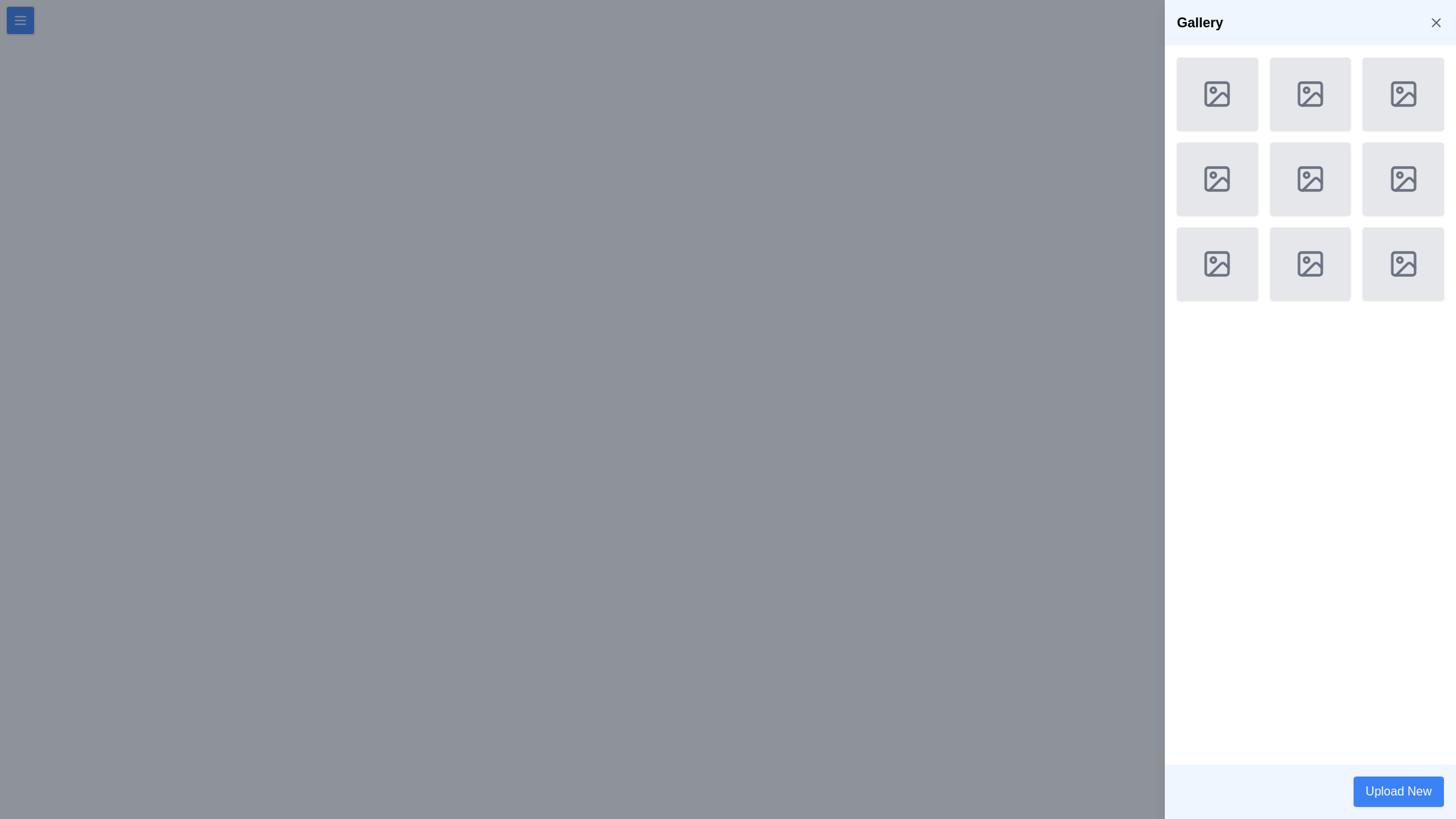 This screenshot has width=1456, height=819. What do you see at coordinates (1219, 268) in the screenshot?
I see `the image gallery icon located in the lower-right corner of the 3x3 grid within the Gallery pane` at bounding box center [1219, 268].